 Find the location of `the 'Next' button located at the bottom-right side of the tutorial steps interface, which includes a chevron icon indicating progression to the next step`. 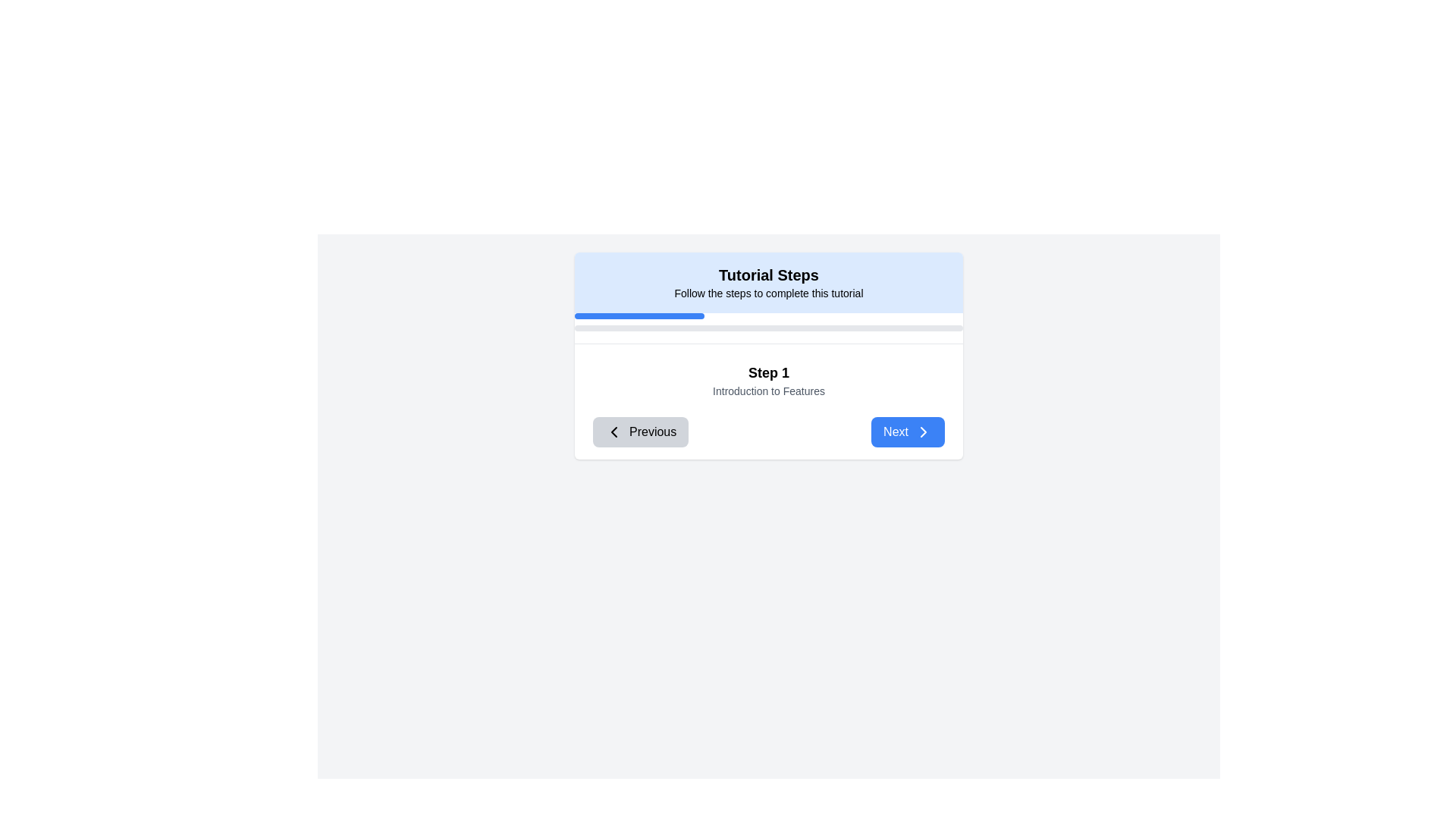

the 'Next' button located at the bottom-right side of the tutorial steps interface, which includes a chevron icon indicating progression to the next step is located at coordinates (923, 432).